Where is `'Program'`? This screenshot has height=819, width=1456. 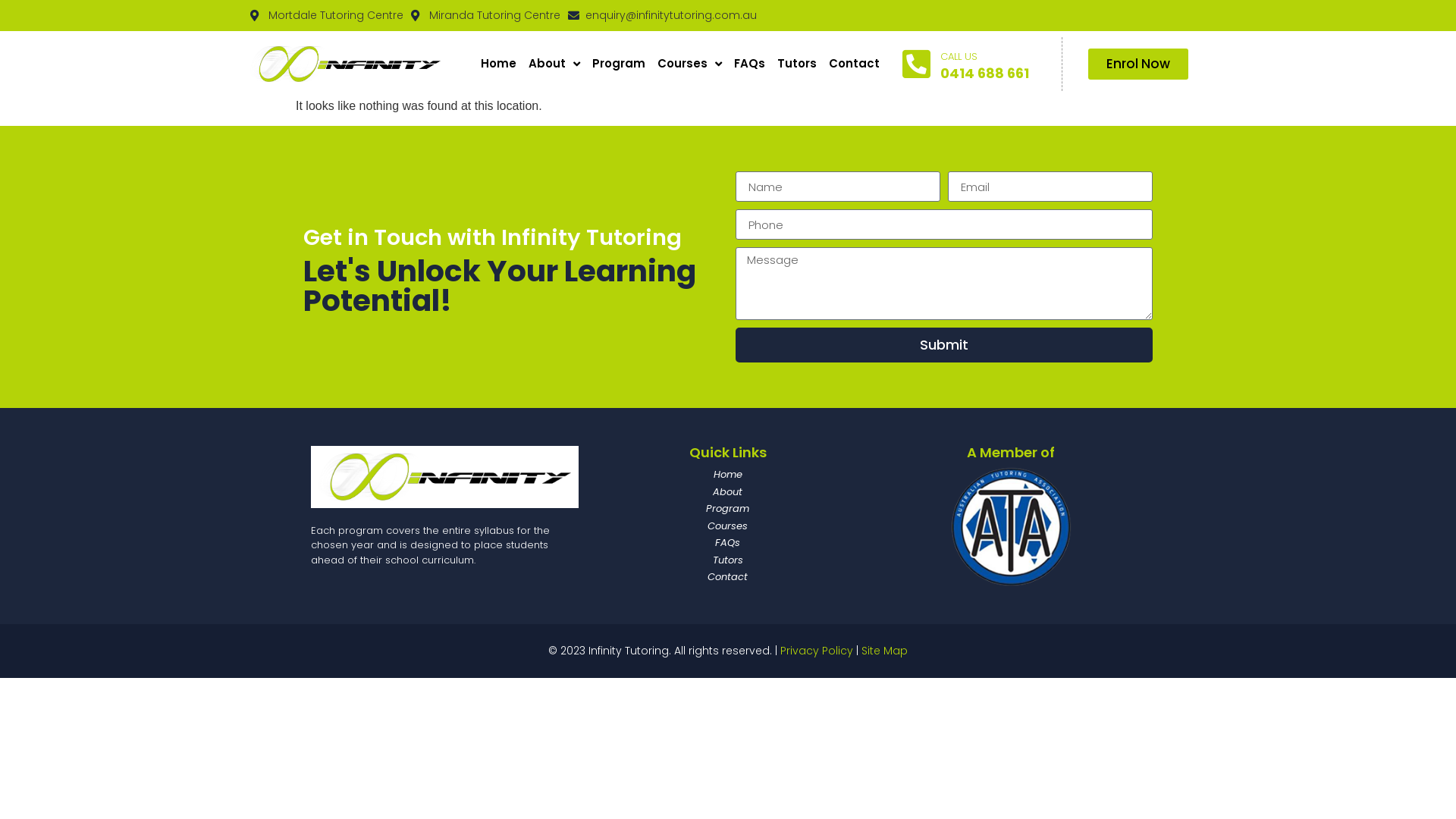
'Program' is located at coordinates (619, 63).